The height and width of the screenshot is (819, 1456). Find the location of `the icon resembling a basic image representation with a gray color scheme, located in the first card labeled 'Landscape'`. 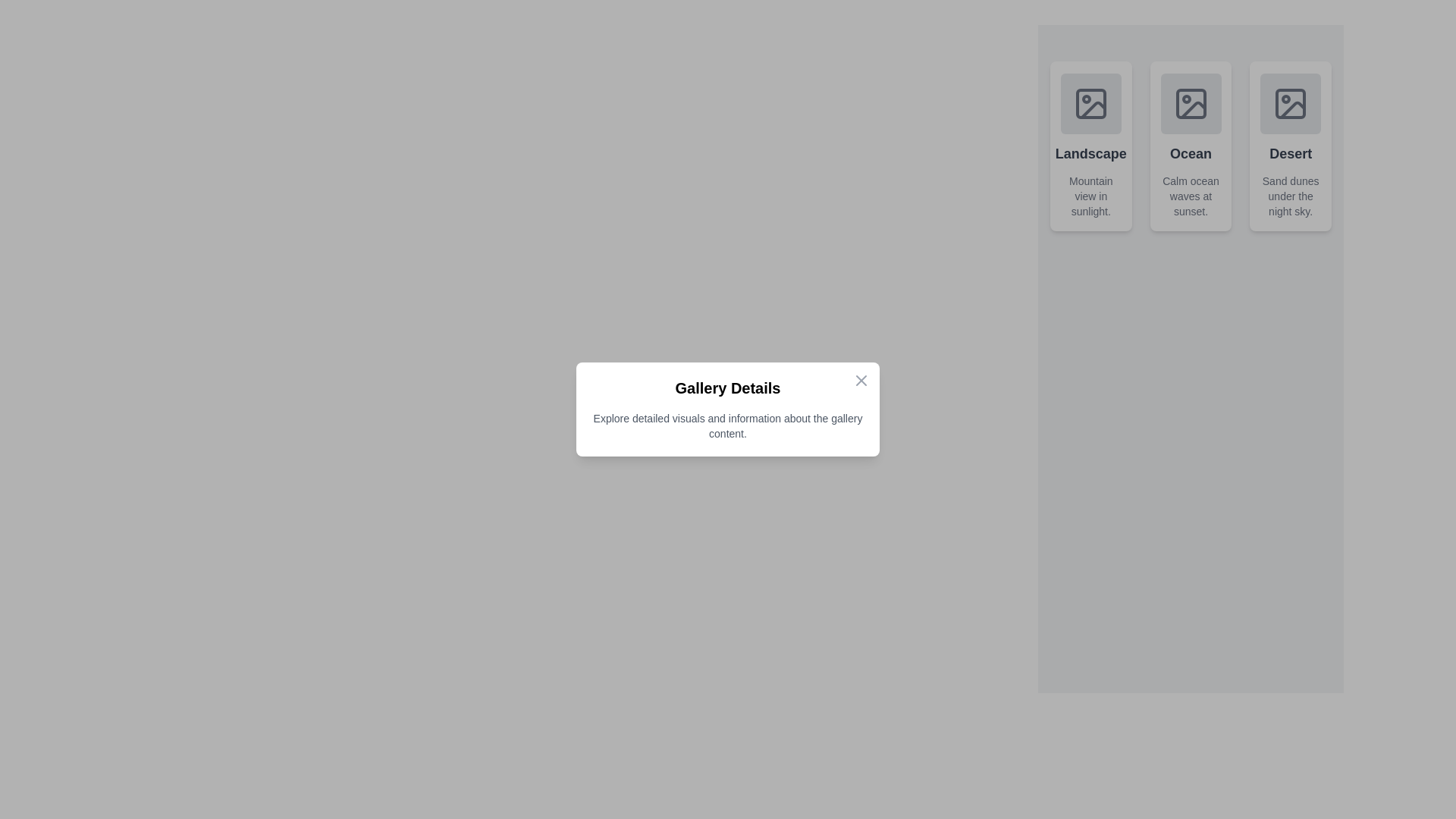

the icon resembling a basic image representation with a gray color scheme, located in the first card labeled 'Landscape' is located at coordinates (1090, 103).